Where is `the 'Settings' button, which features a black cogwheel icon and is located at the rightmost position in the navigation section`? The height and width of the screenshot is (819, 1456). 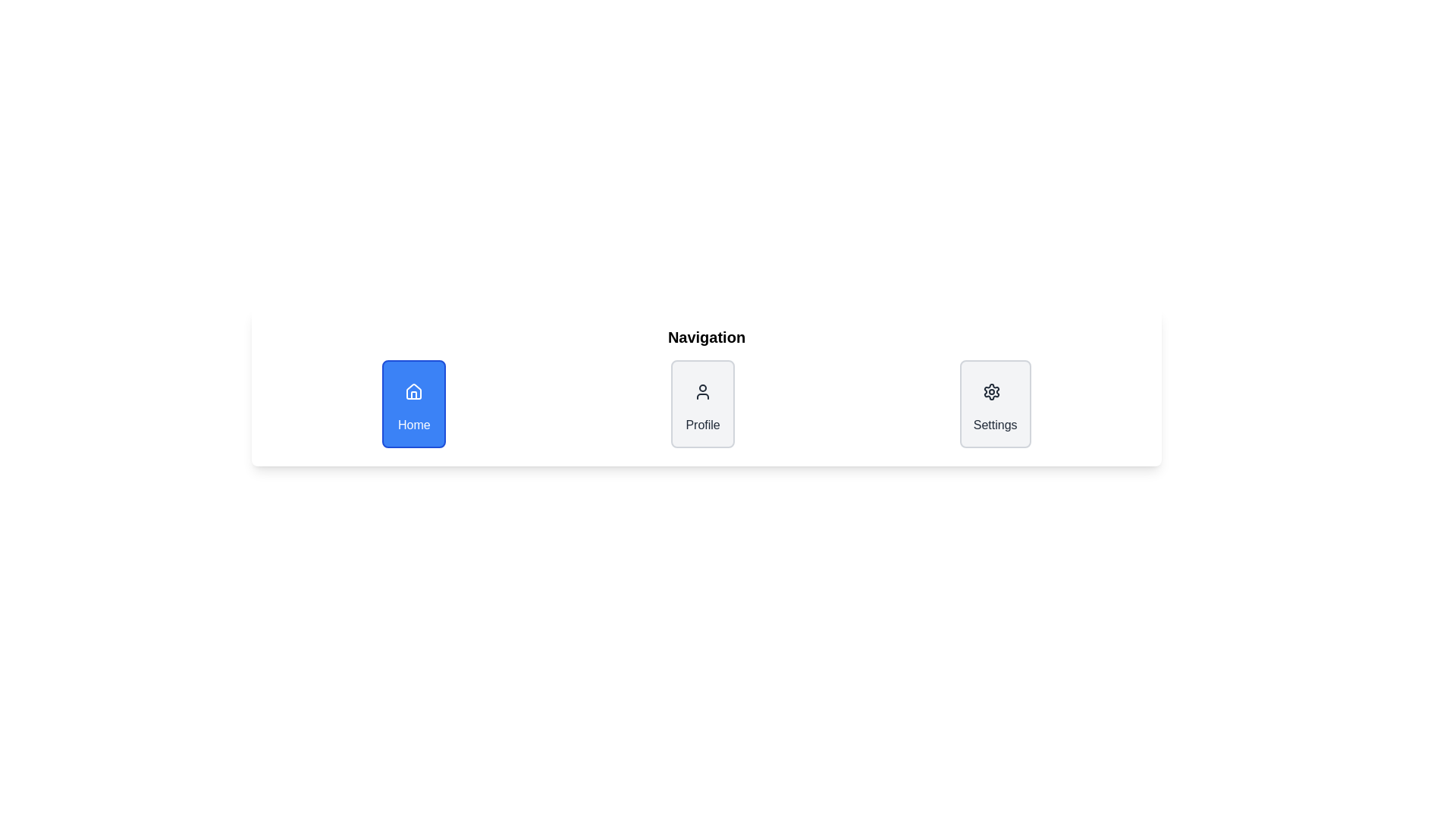 the 'Settings' button, which features a black cogwheel icon and is located at the rightmost position in the navigation section is located at coordinates (995, 403).